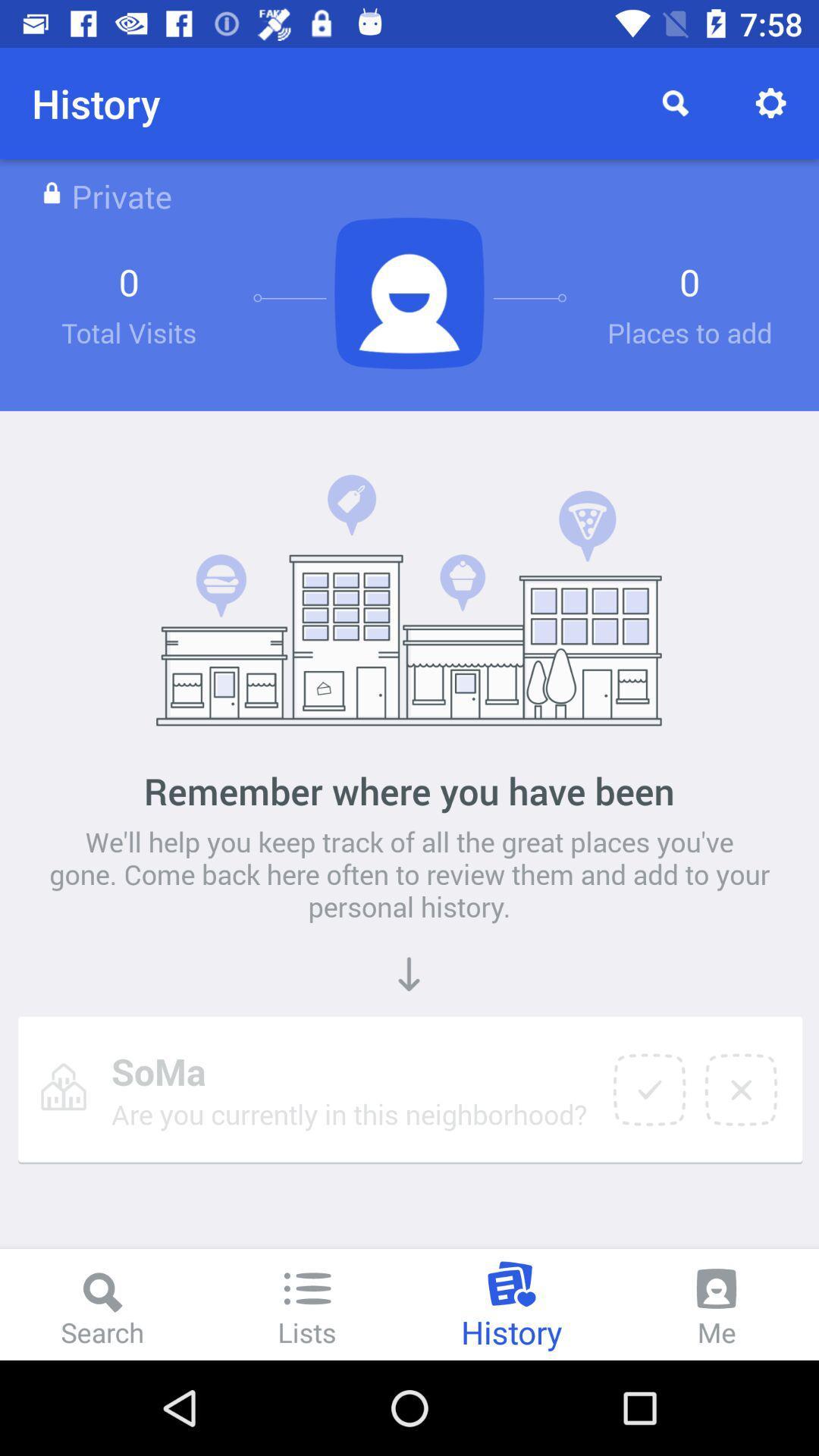 This screenshot has height=1456, width=819. Describe the element at coordinates (740, 1089) in the screenshot. I see `item below the we ll help item` at that location.